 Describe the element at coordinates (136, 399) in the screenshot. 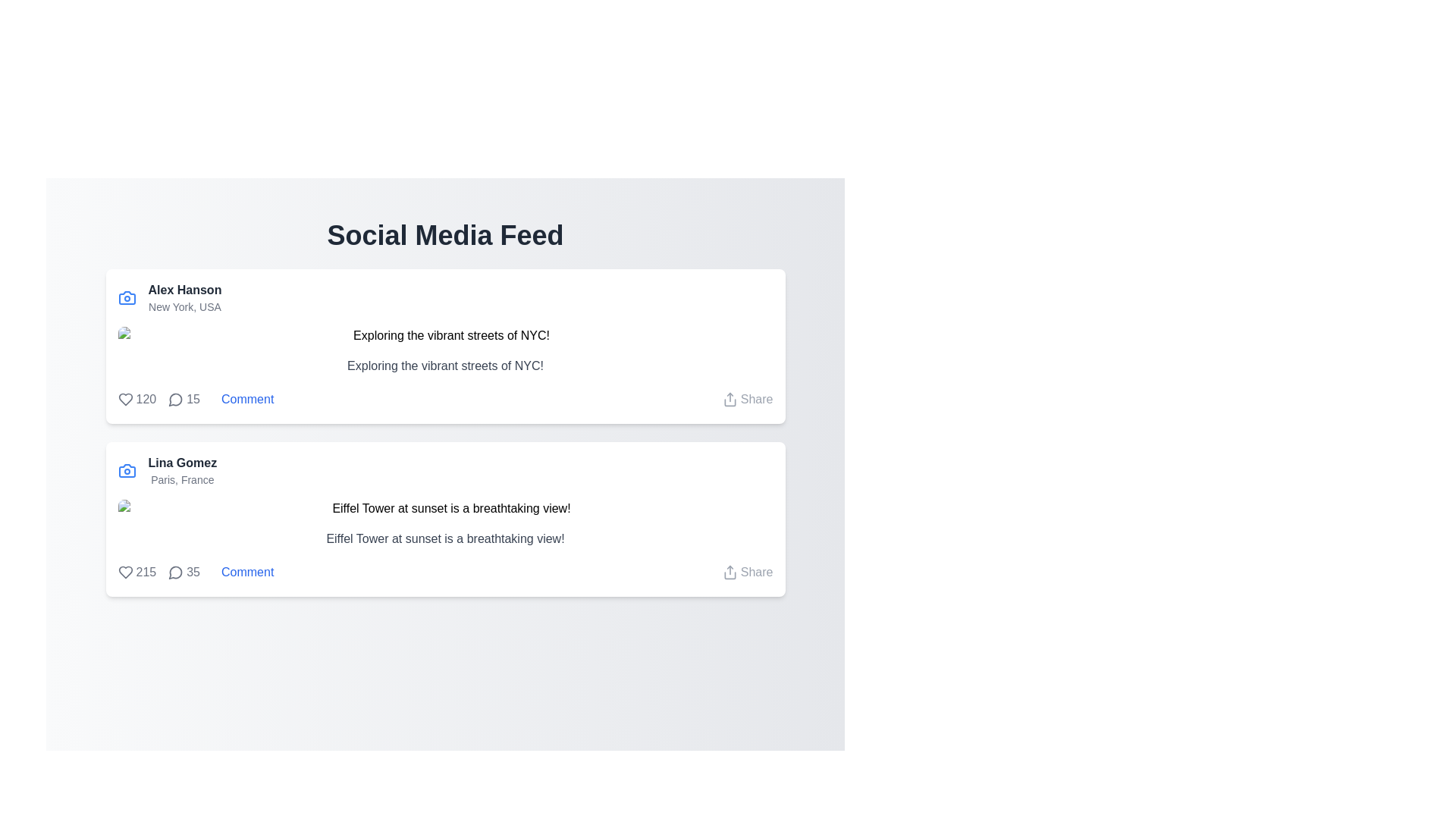

I see `the static text display showing the number of likes for the post by user 'Alex Hanson', located immediately to the right of the heart icon` at that location.